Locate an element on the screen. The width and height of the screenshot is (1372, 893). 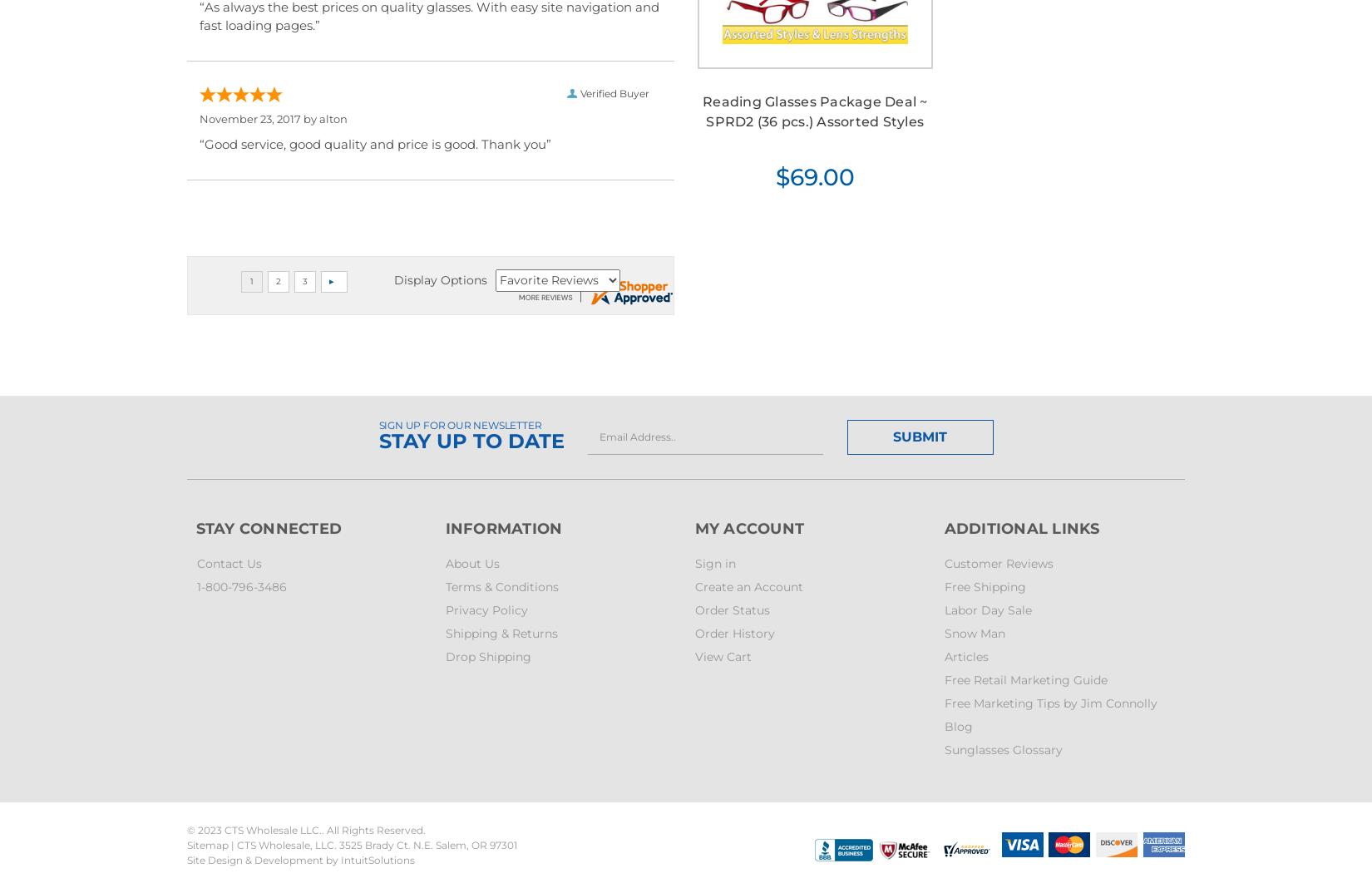
'Site Design & Development by' is located at coordinates (264, 859).